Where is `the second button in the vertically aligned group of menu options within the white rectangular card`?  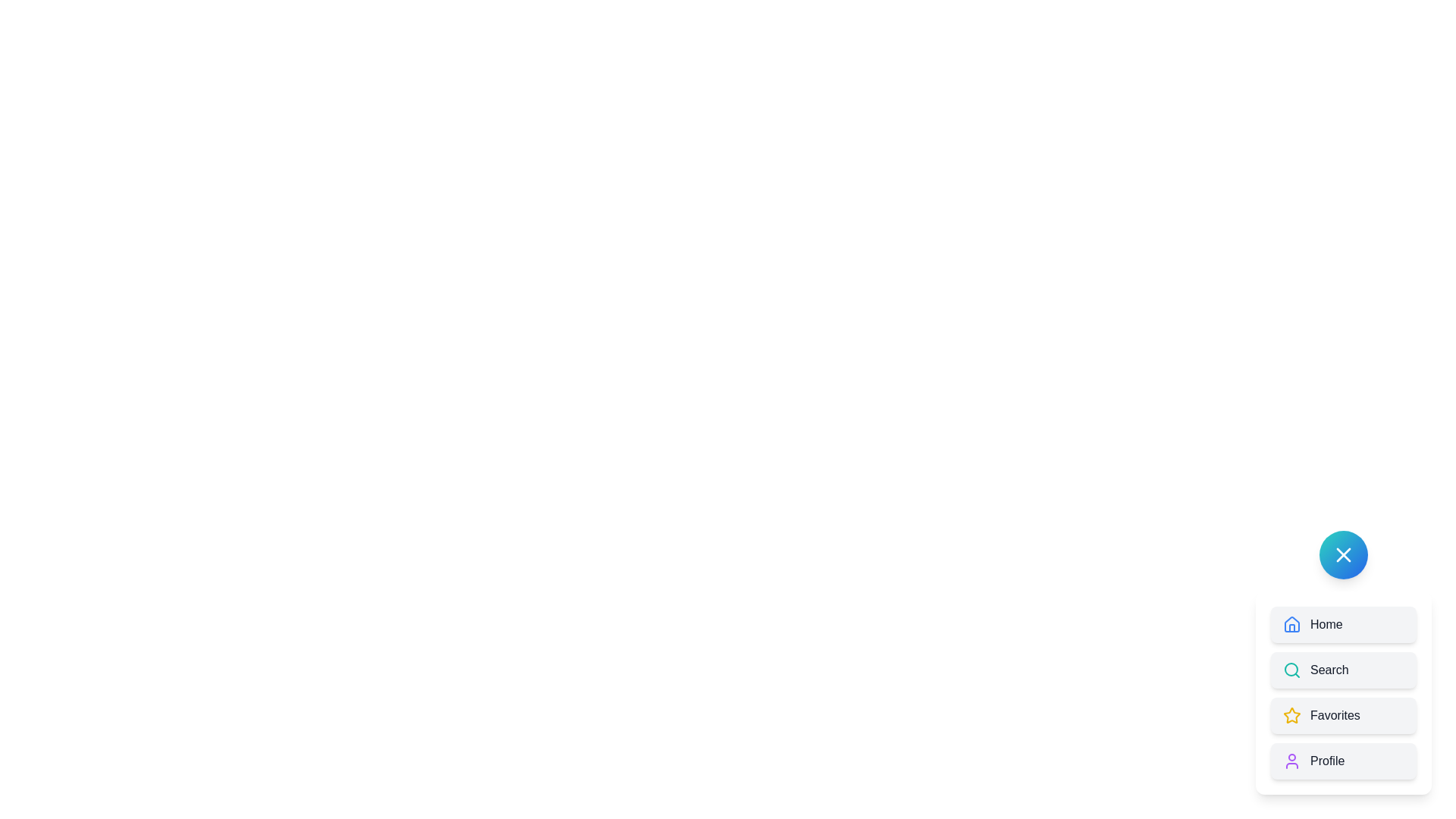
the second button in the vertically aligned group of menu options within the white rectangular card is located at coordinates (1343, 669).